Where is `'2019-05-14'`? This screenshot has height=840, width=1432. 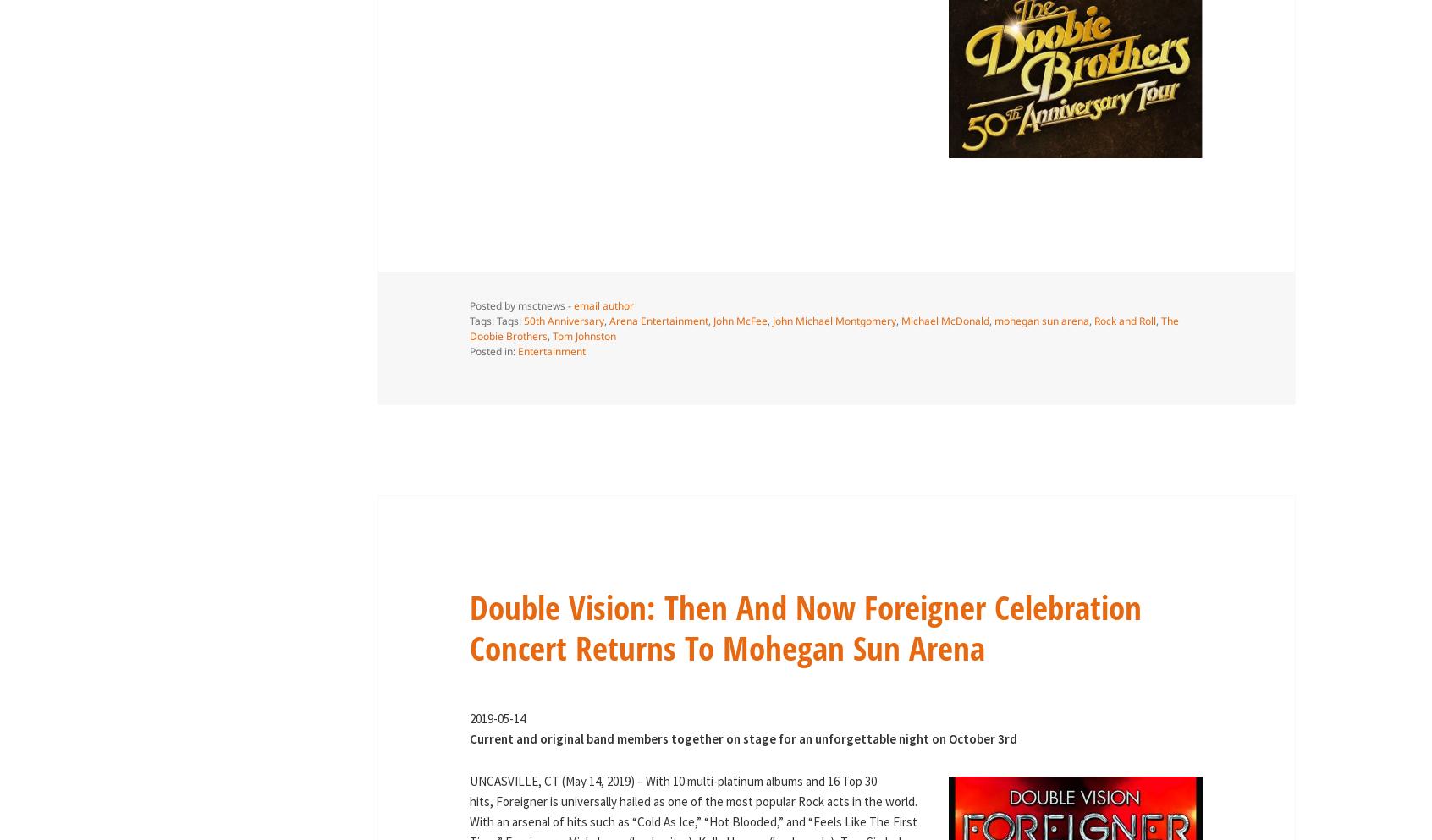 '2019-05-14' is located at coordinates (495, 717).